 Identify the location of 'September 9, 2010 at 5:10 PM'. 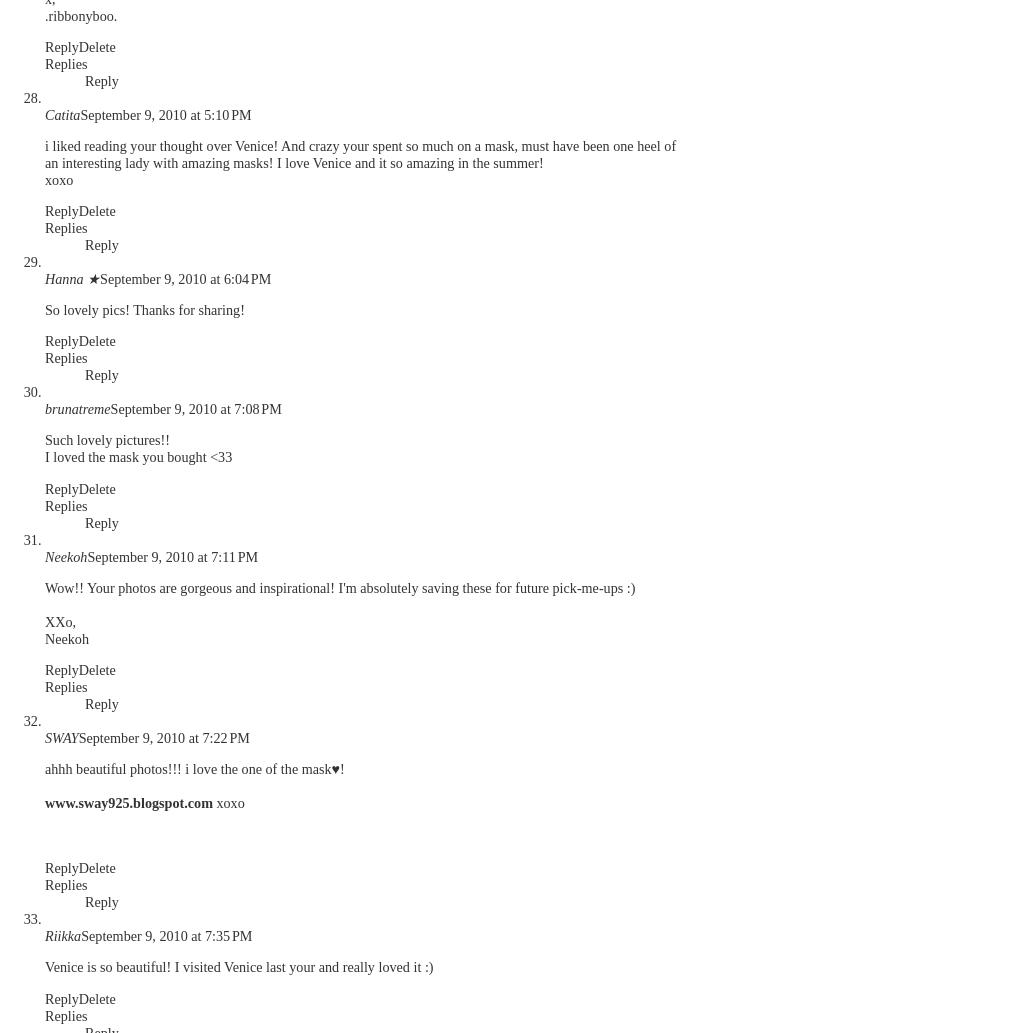
(165, 114).